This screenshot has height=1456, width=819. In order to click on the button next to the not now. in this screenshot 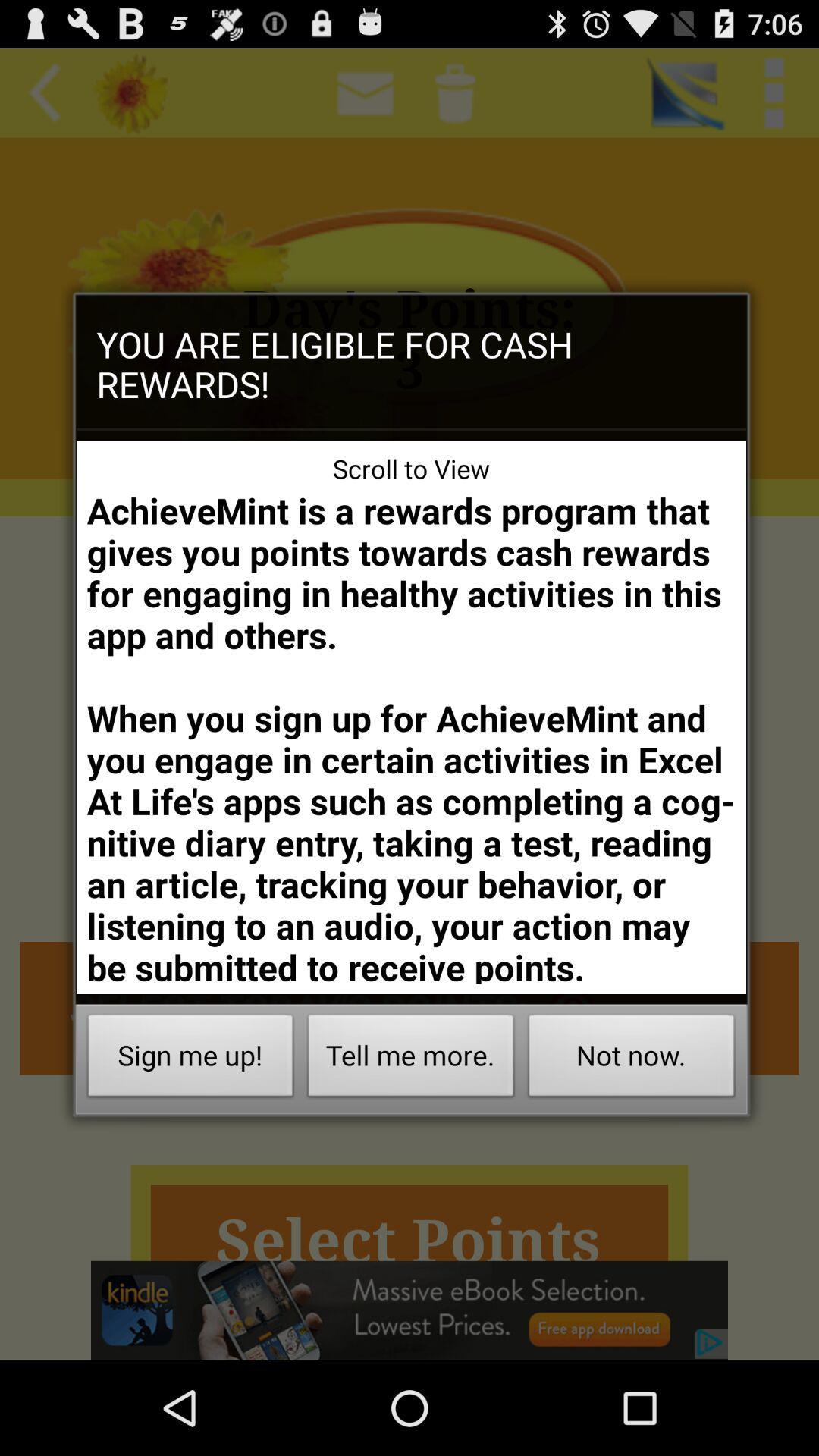, I will do `click(411, 1059)`.